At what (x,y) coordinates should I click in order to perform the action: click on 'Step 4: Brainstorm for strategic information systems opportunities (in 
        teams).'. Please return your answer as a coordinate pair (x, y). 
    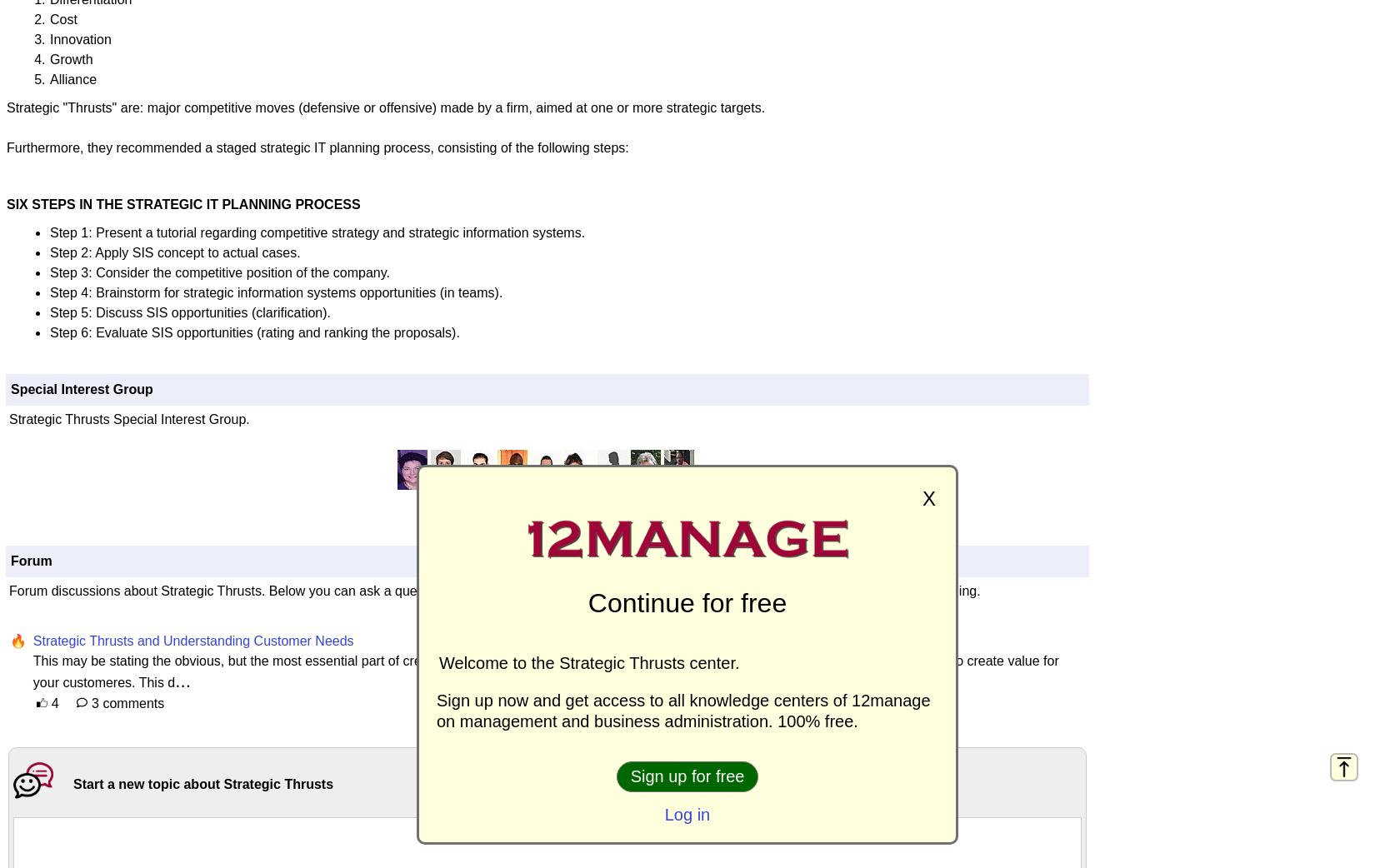
    Looking at the image, I should click on (50, 291).